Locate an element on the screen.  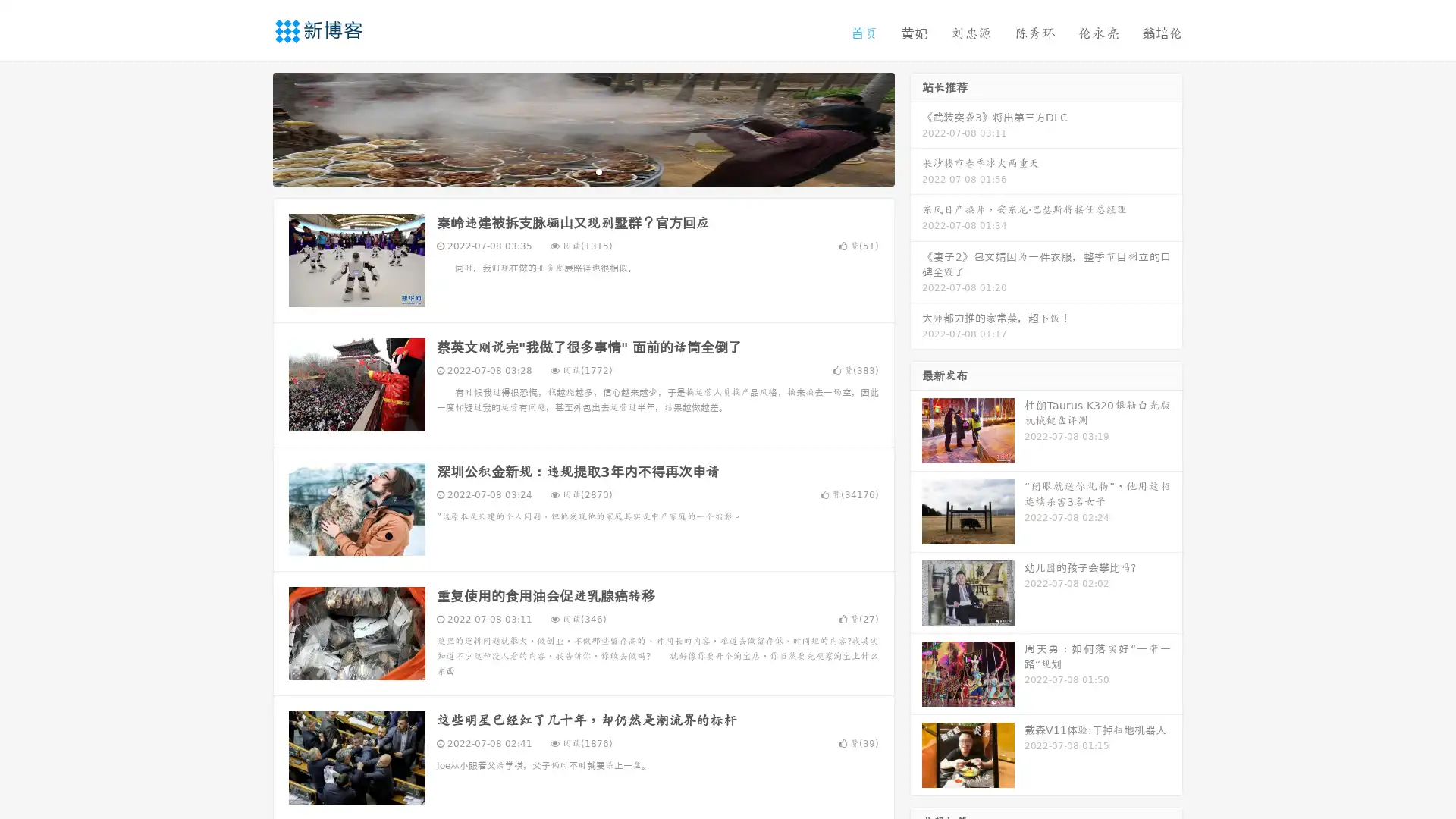
Go to slide 1 is located at coordinates (567, 171).